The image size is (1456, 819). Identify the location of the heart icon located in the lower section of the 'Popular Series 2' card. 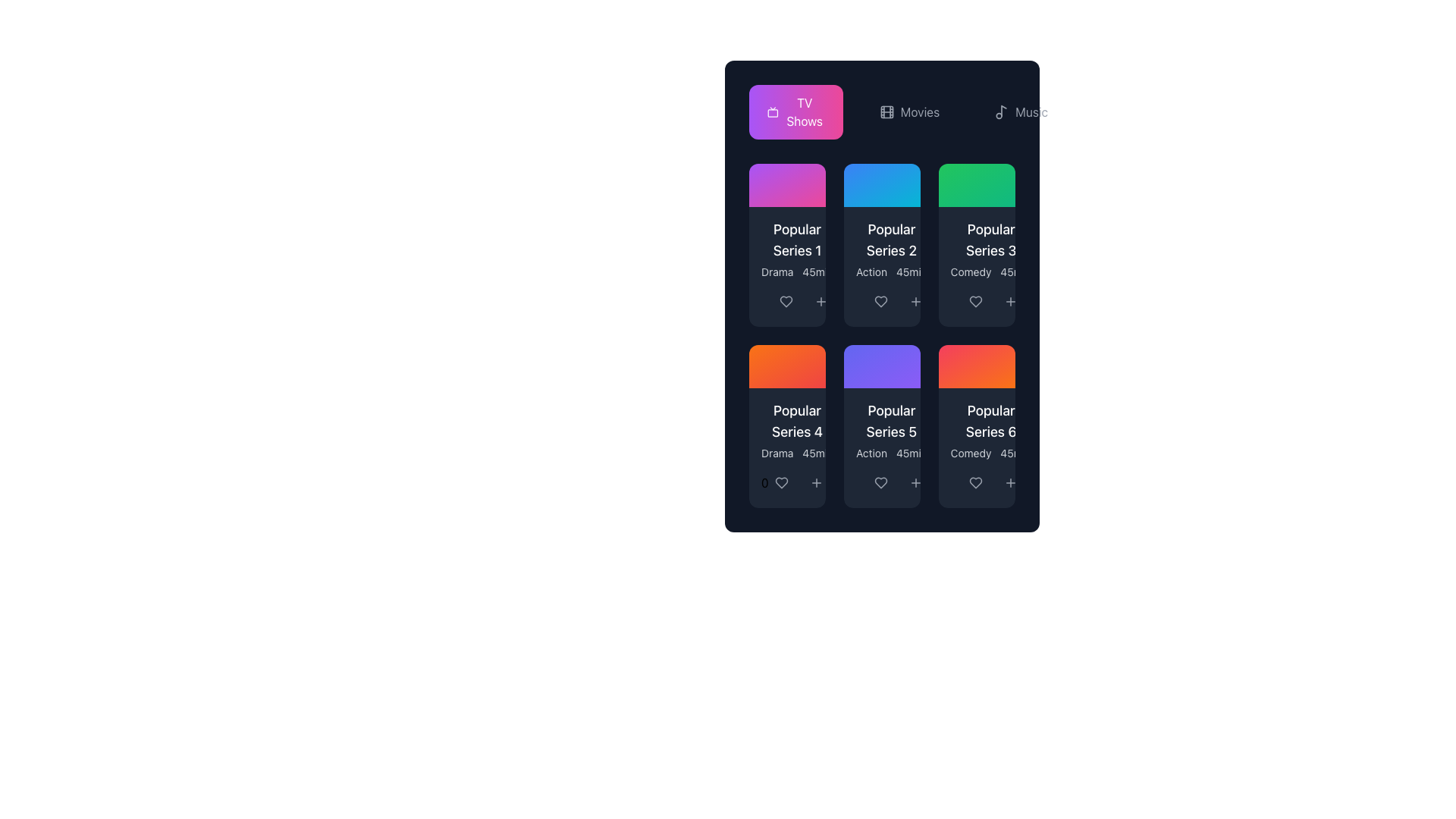
(880, 301).